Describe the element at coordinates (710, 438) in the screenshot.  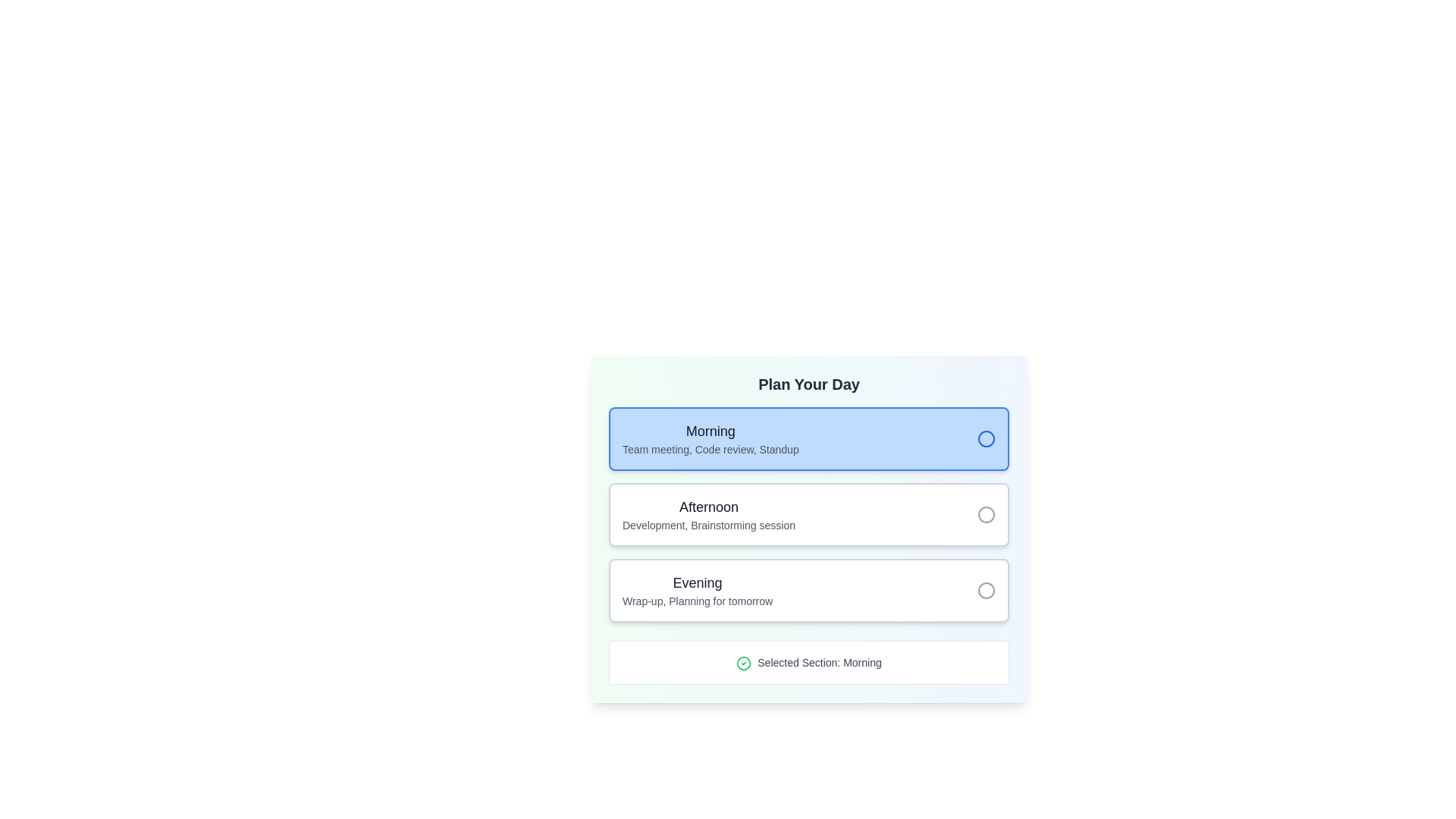
I see `the Text Description Block displaying 'Morning' and the details 'Team meeting, Code review, Standup' within the blue rectangular box under 'Plan Your Day'` at that location.